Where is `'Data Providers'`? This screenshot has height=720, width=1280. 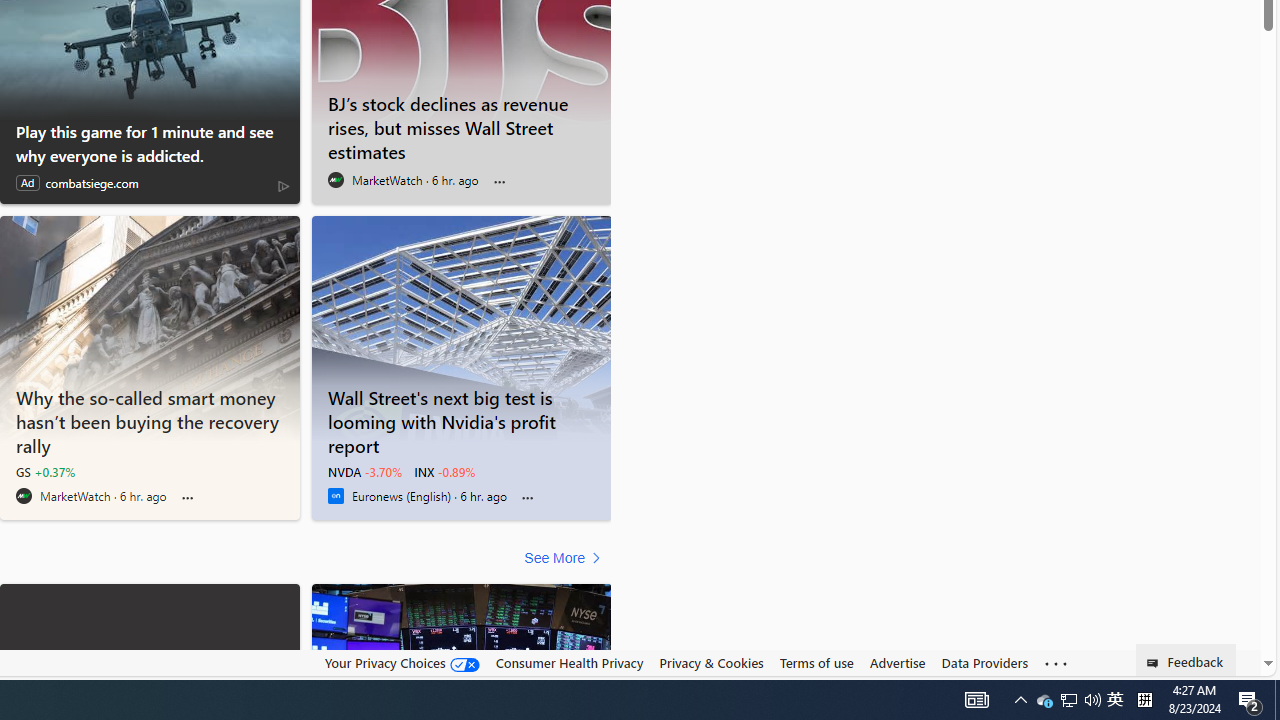
'Data Providers' is located at coordinates (984, 662).